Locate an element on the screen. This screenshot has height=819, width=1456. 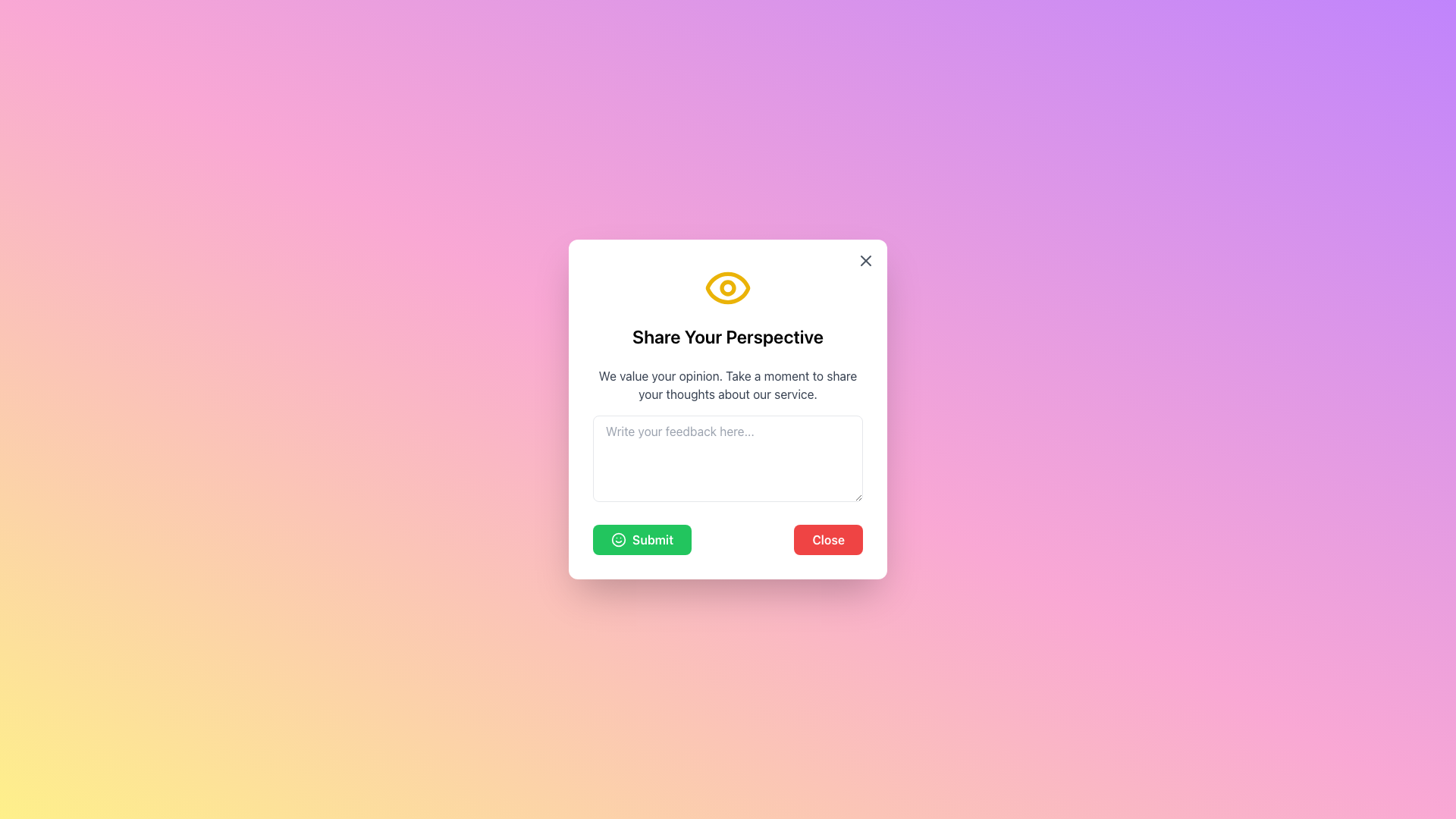
text from the large text label that says 'Share Your Perspective', which is bold and clearly visible, positioned below an eye icon in the dialog box is located at coordinates (728, 335).